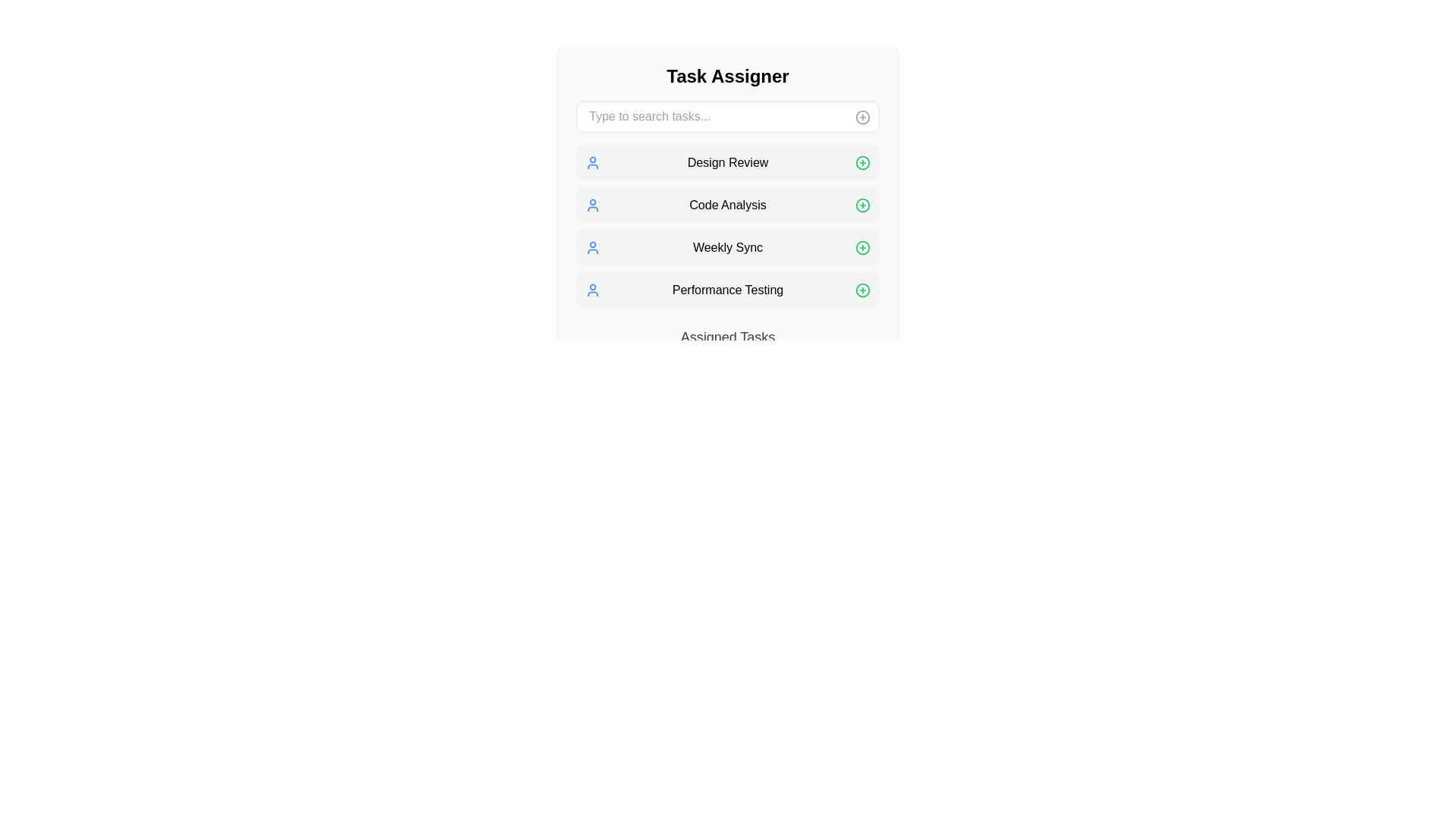  Describe the element at coordinates (728, 205) in the screenshot. I see `the 'Code Analysis' text label in the 'Task Assigner' vertical list, which is the second entry among four, to interact with it` at that location.